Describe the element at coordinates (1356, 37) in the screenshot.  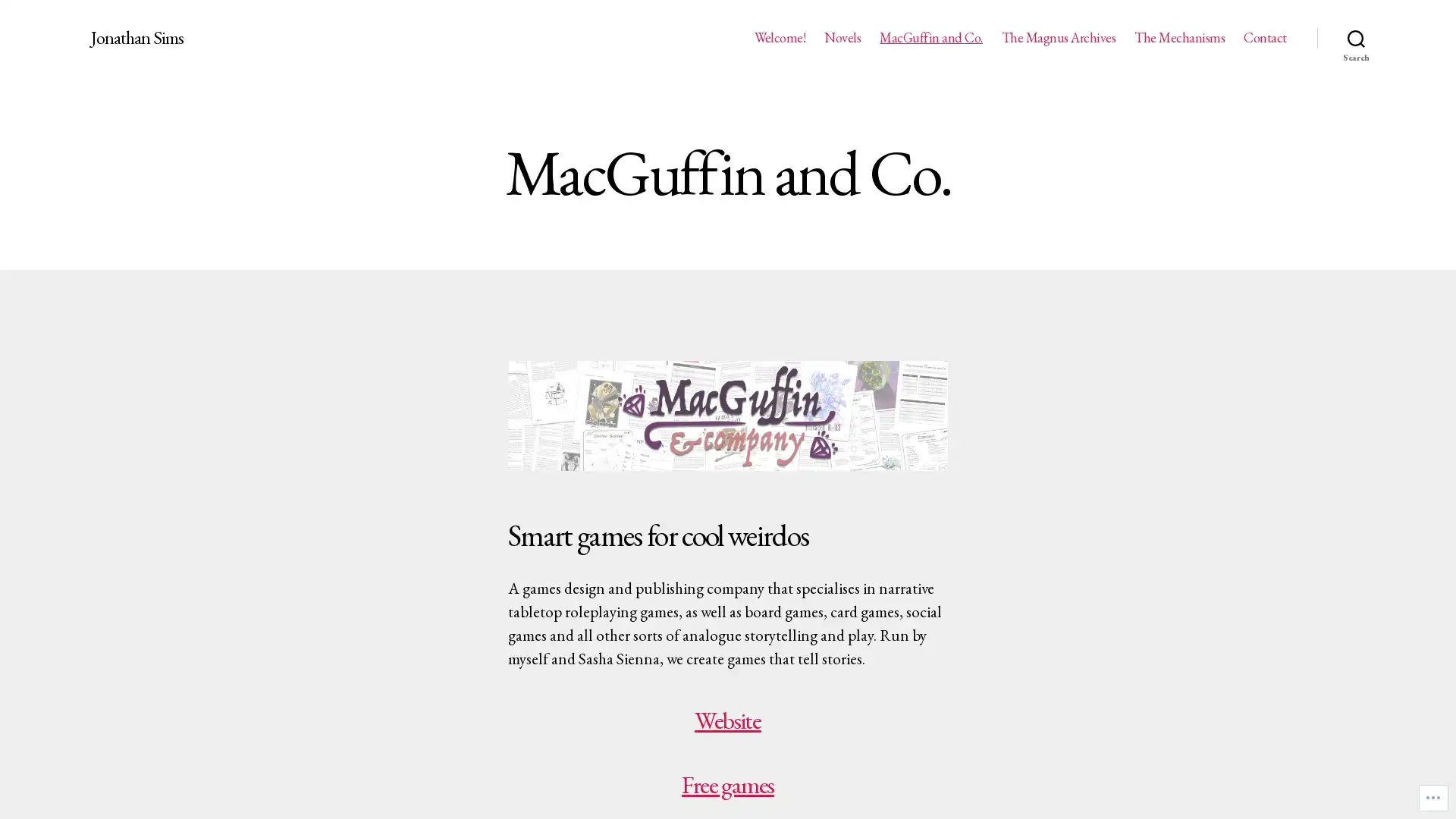
I see `Search` at that location.